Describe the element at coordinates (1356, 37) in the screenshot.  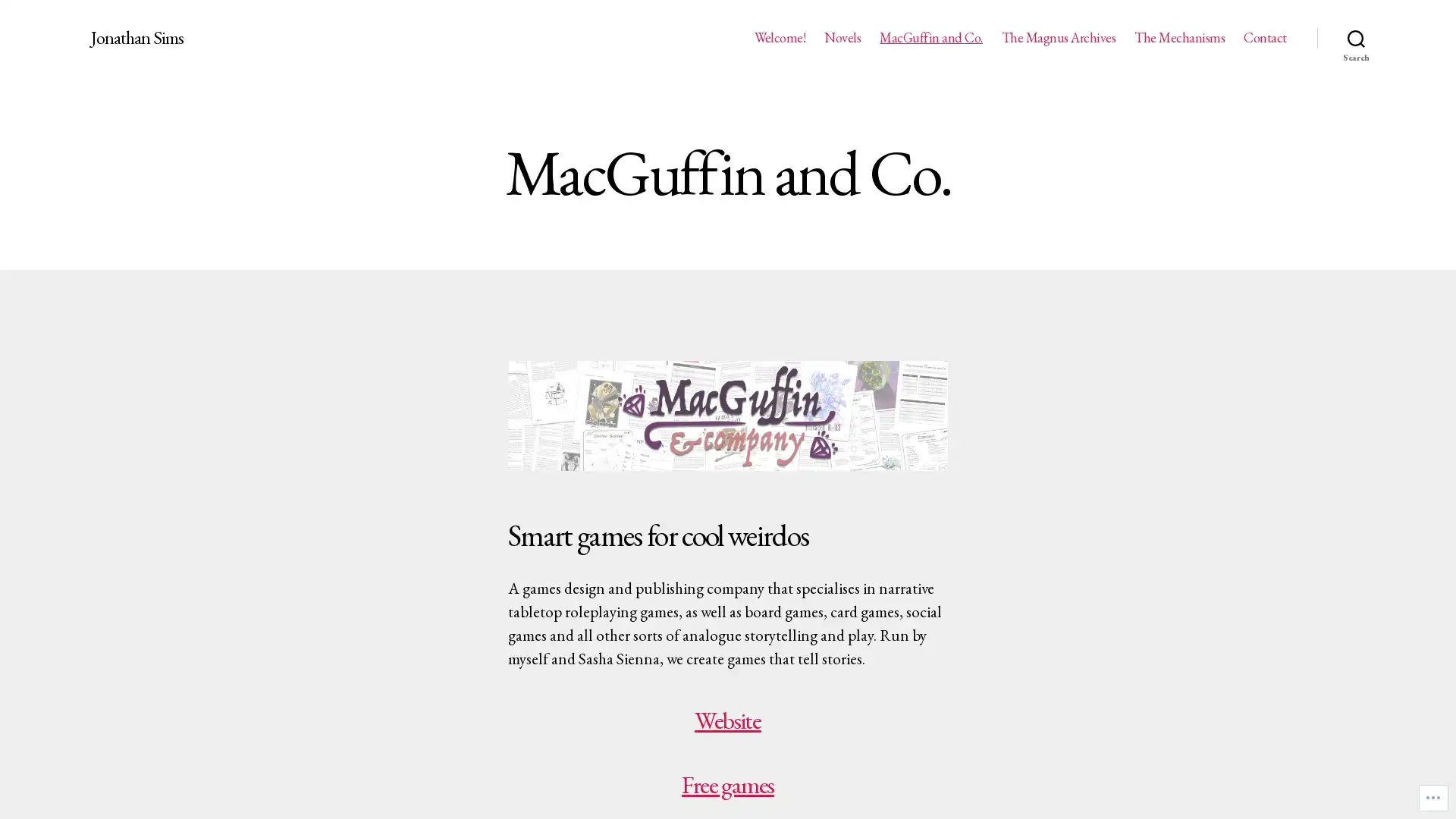
I see `Search` at that location.